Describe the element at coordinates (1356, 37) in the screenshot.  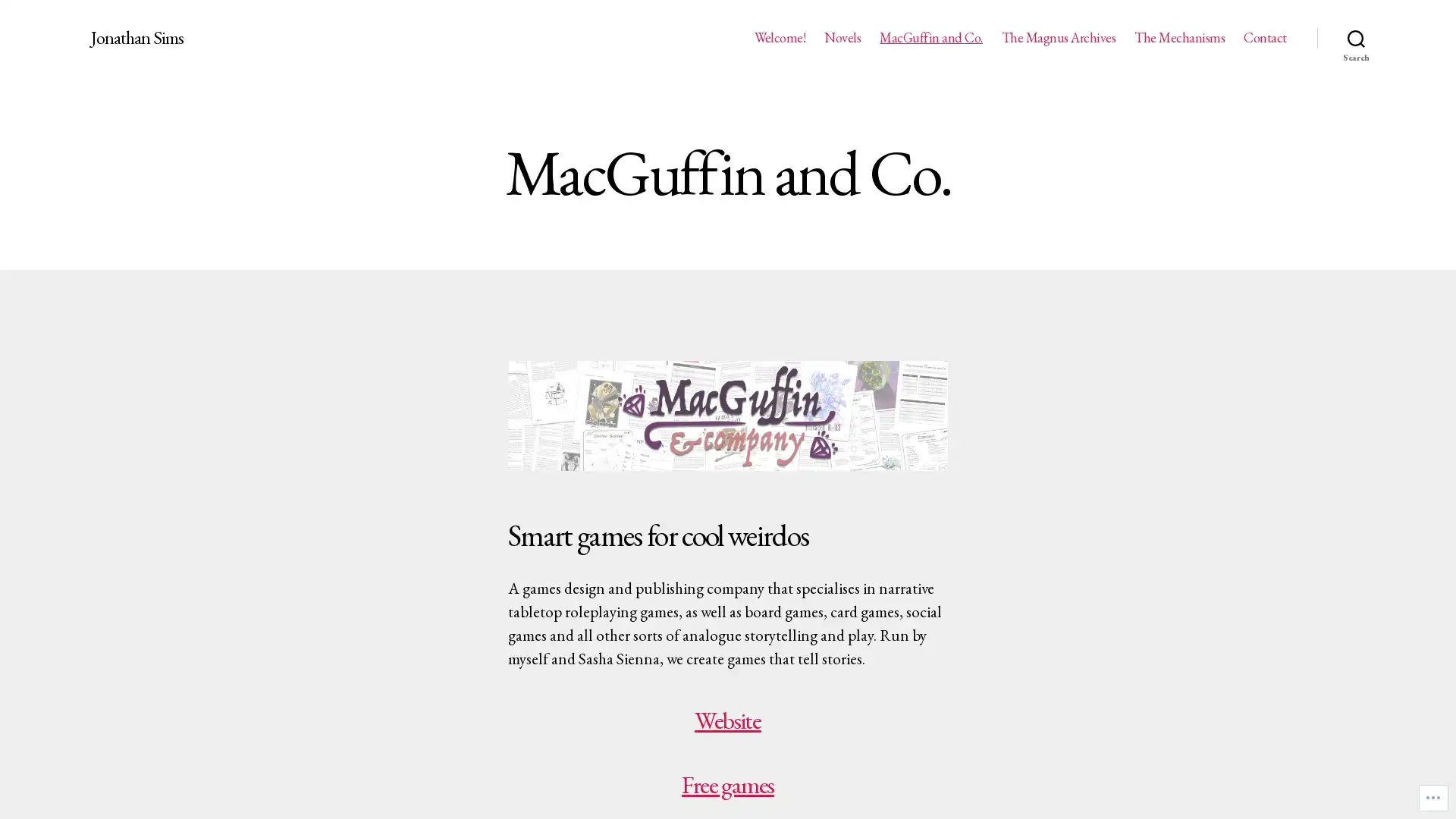
I see `Search` at that location.